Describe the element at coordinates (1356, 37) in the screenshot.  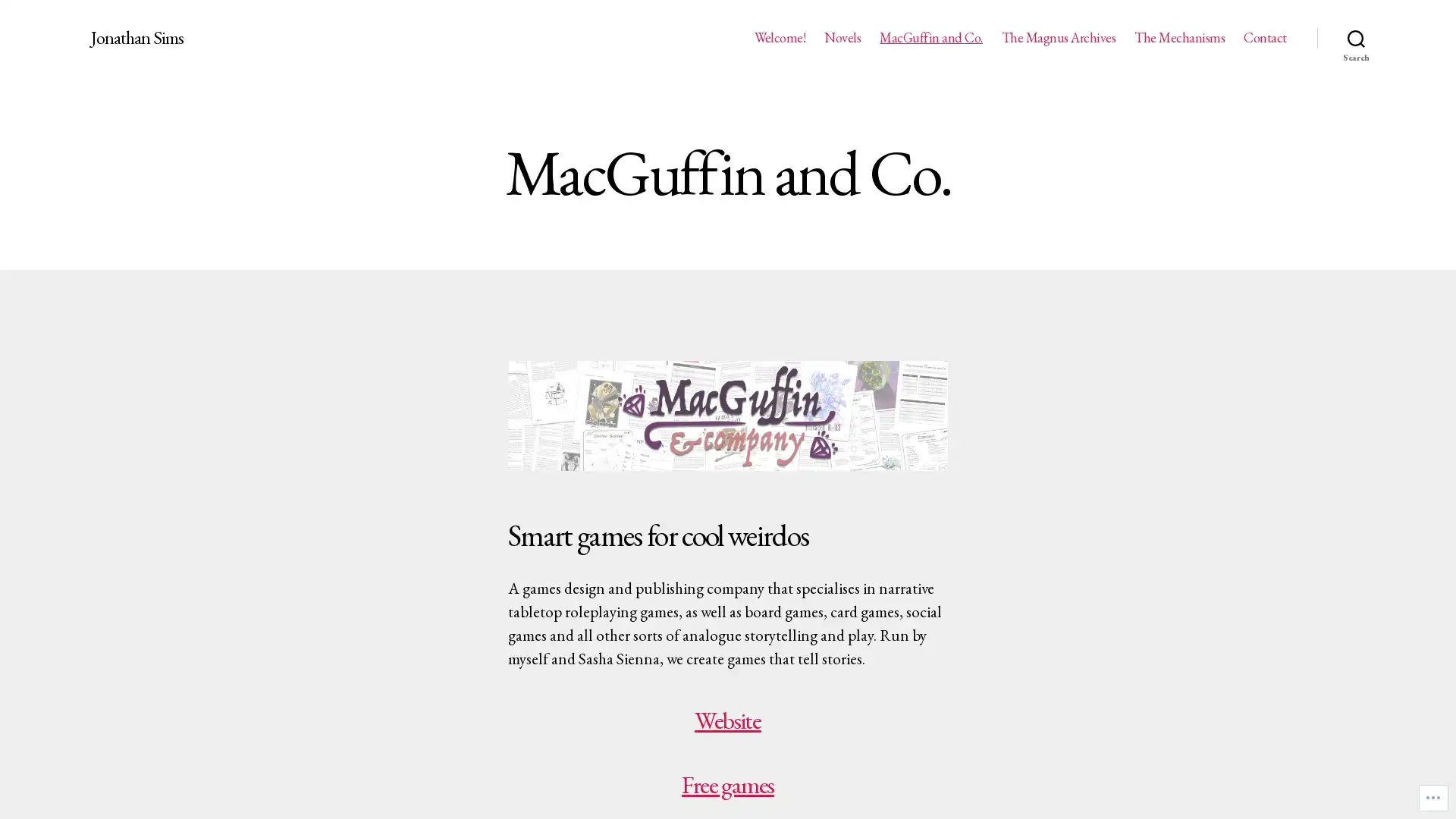
I see `Search` at that location.